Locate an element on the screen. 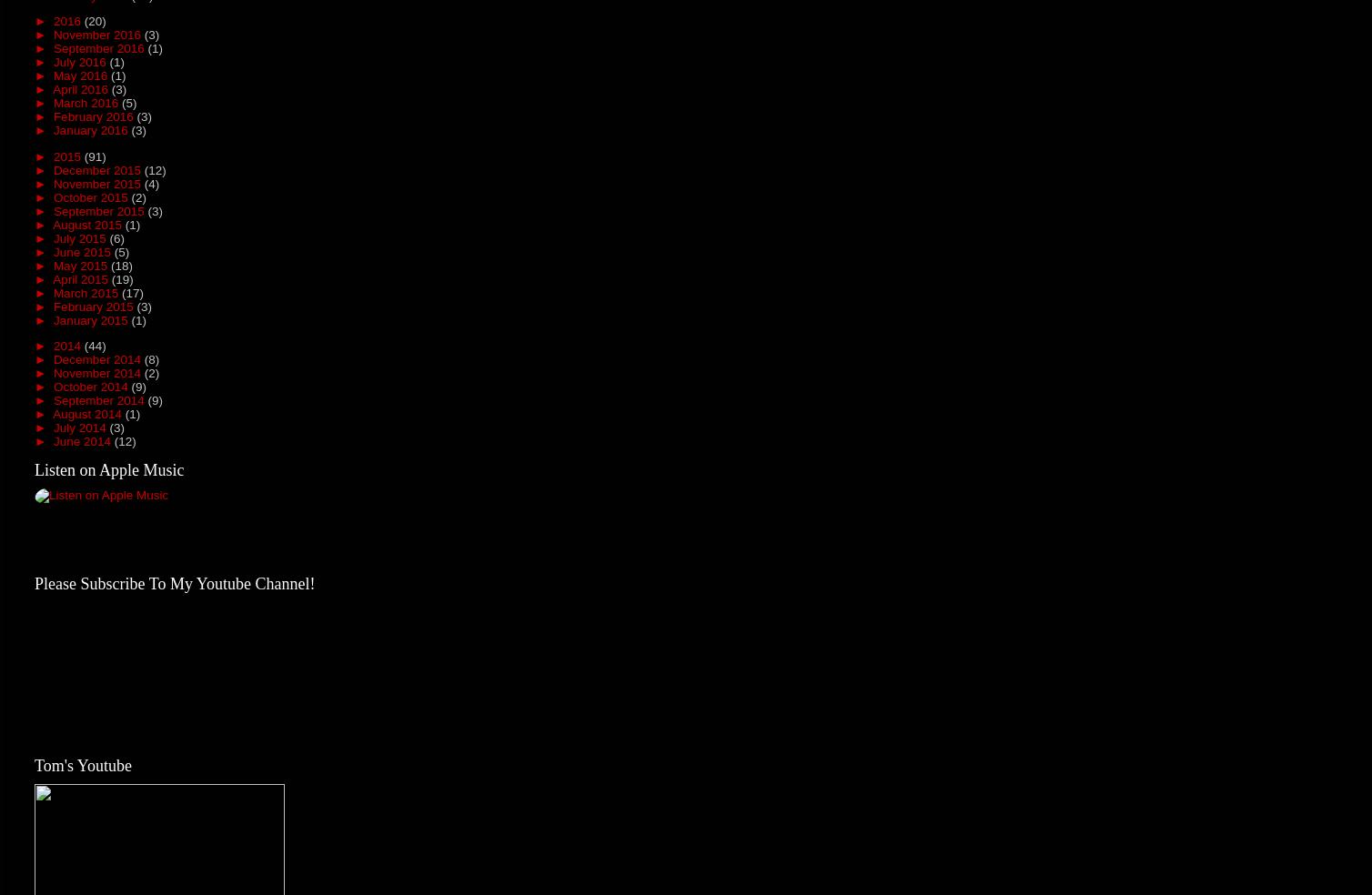 The width and height of the screenshot is (1372, 895). '(19)' is located at coordinates (122, 277).